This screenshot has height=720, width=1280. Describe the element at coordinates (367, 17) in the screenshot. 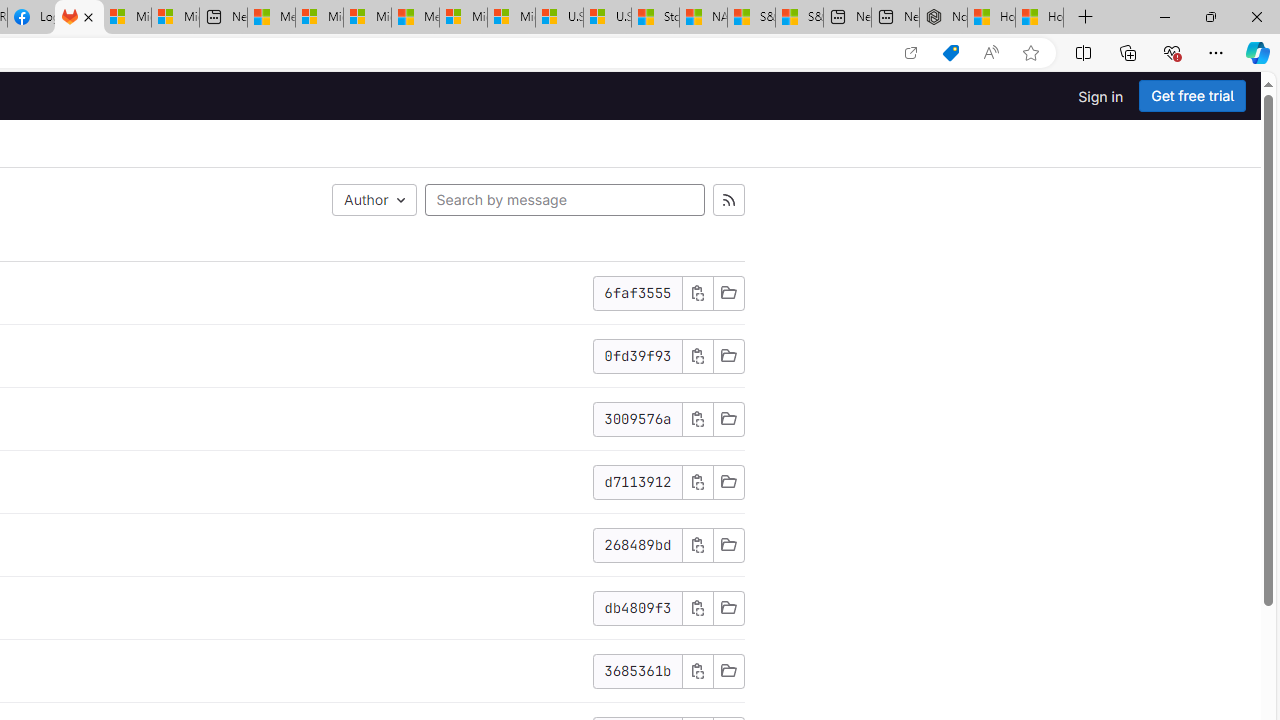

I see `'Microsoft account | Home'` at that location.